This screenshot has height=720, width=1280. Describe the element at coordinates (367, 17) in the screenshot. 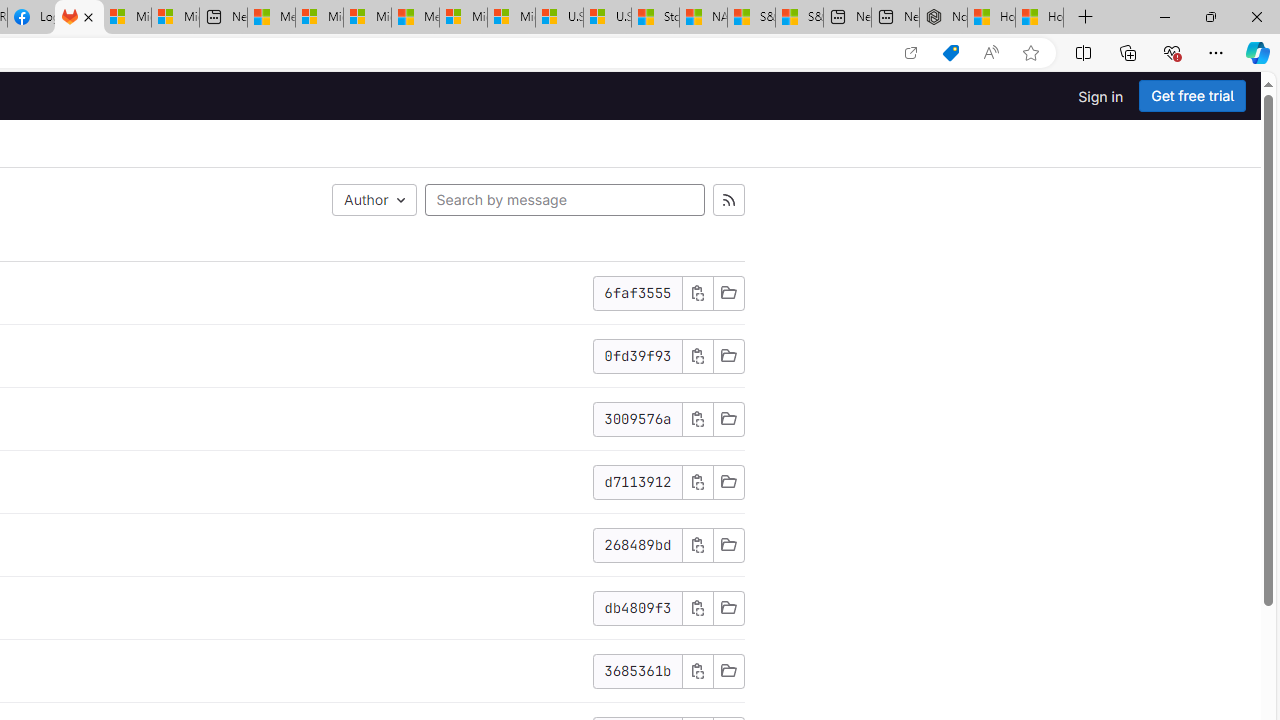

I see `'Microsoft account | Home'` at that location.